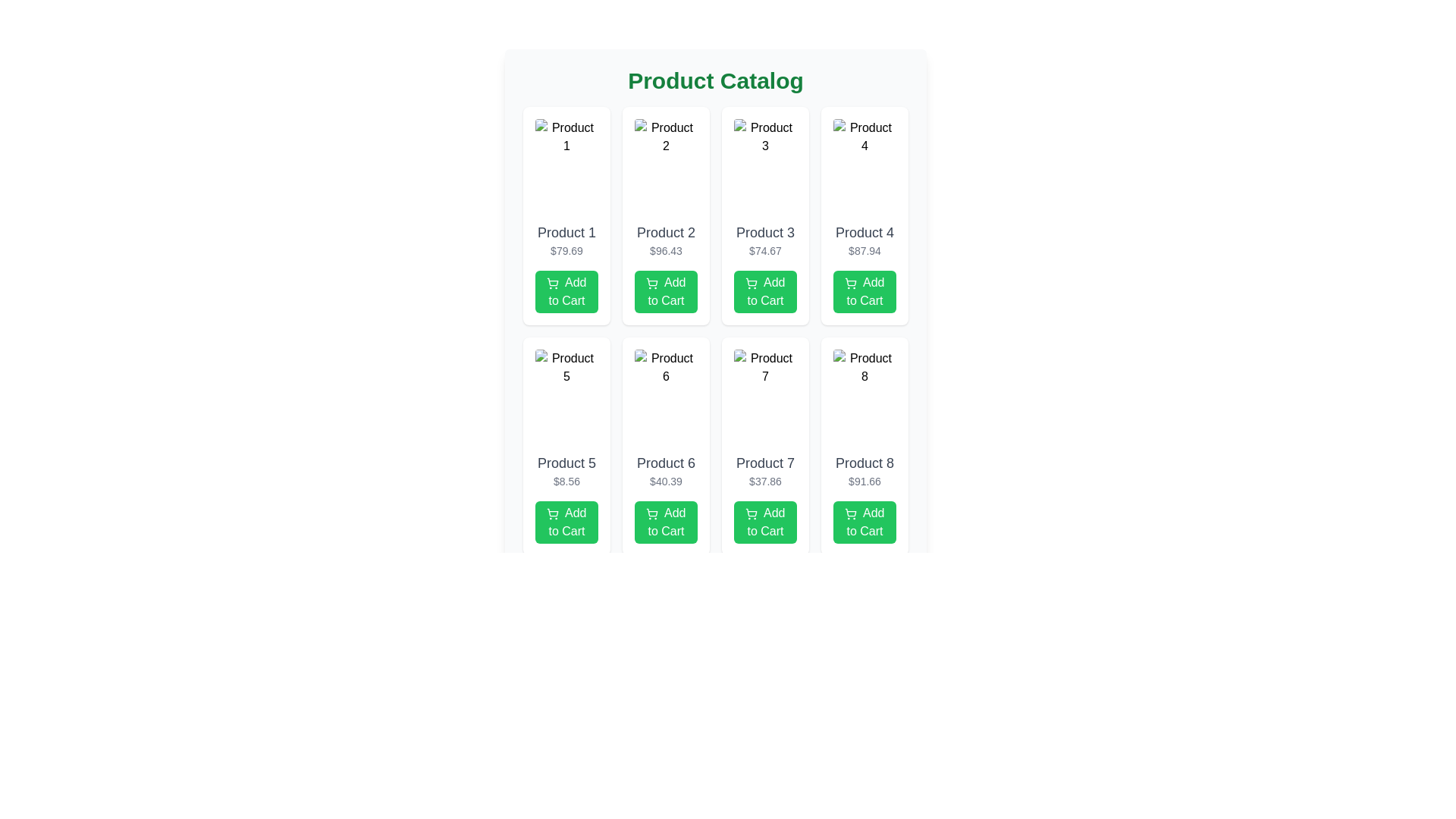  What do you see at coordinates (566, 233) in the screenshot?
I see `the text label displaying 'Product 1' located within the first product card, positioned below the product image and above the price label '$79.69'` at bounding box center [566, 233].